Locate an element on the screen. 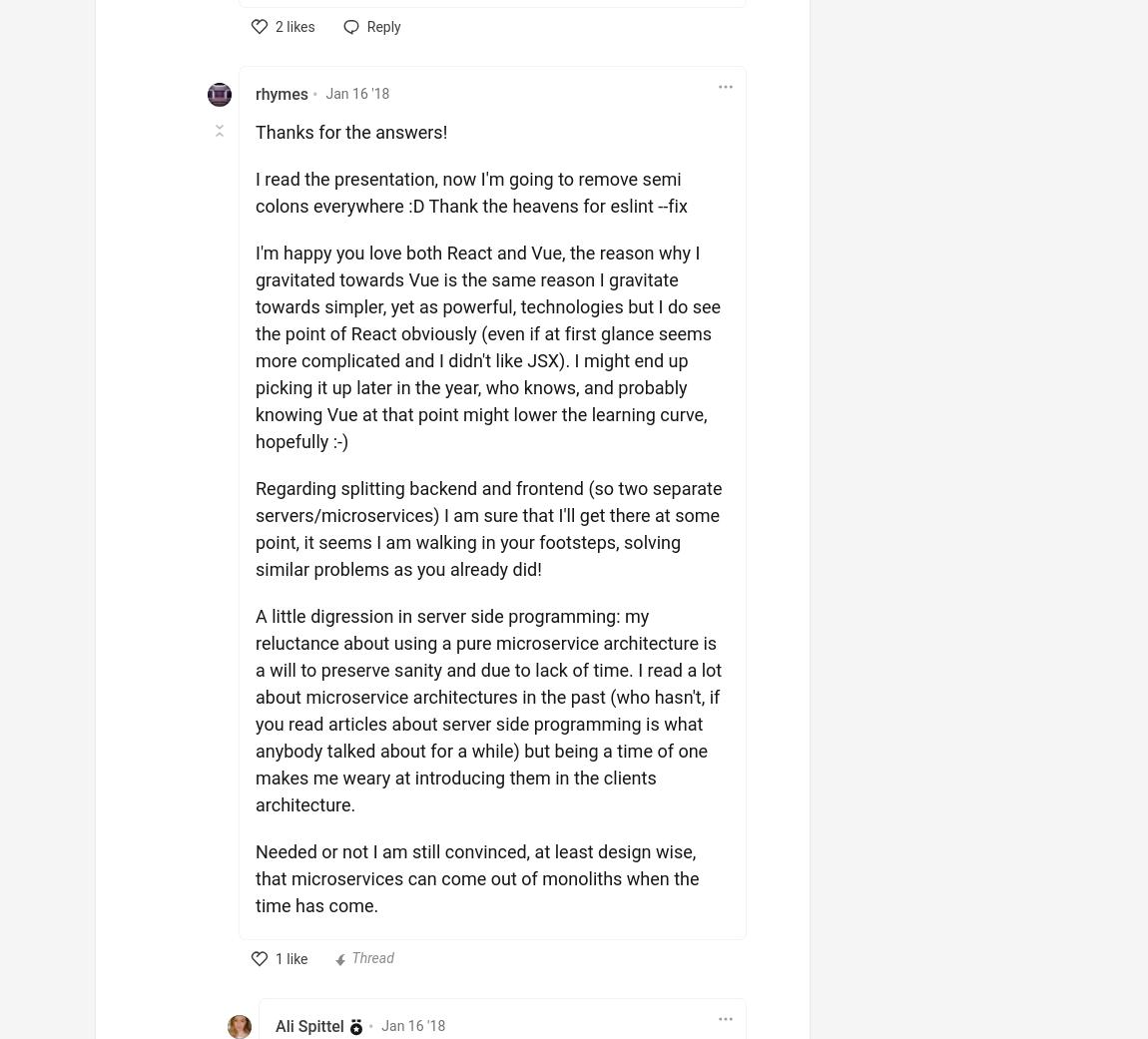 The image size is (1148, 1039). 'Thread' is located at coordinates (371, 958).